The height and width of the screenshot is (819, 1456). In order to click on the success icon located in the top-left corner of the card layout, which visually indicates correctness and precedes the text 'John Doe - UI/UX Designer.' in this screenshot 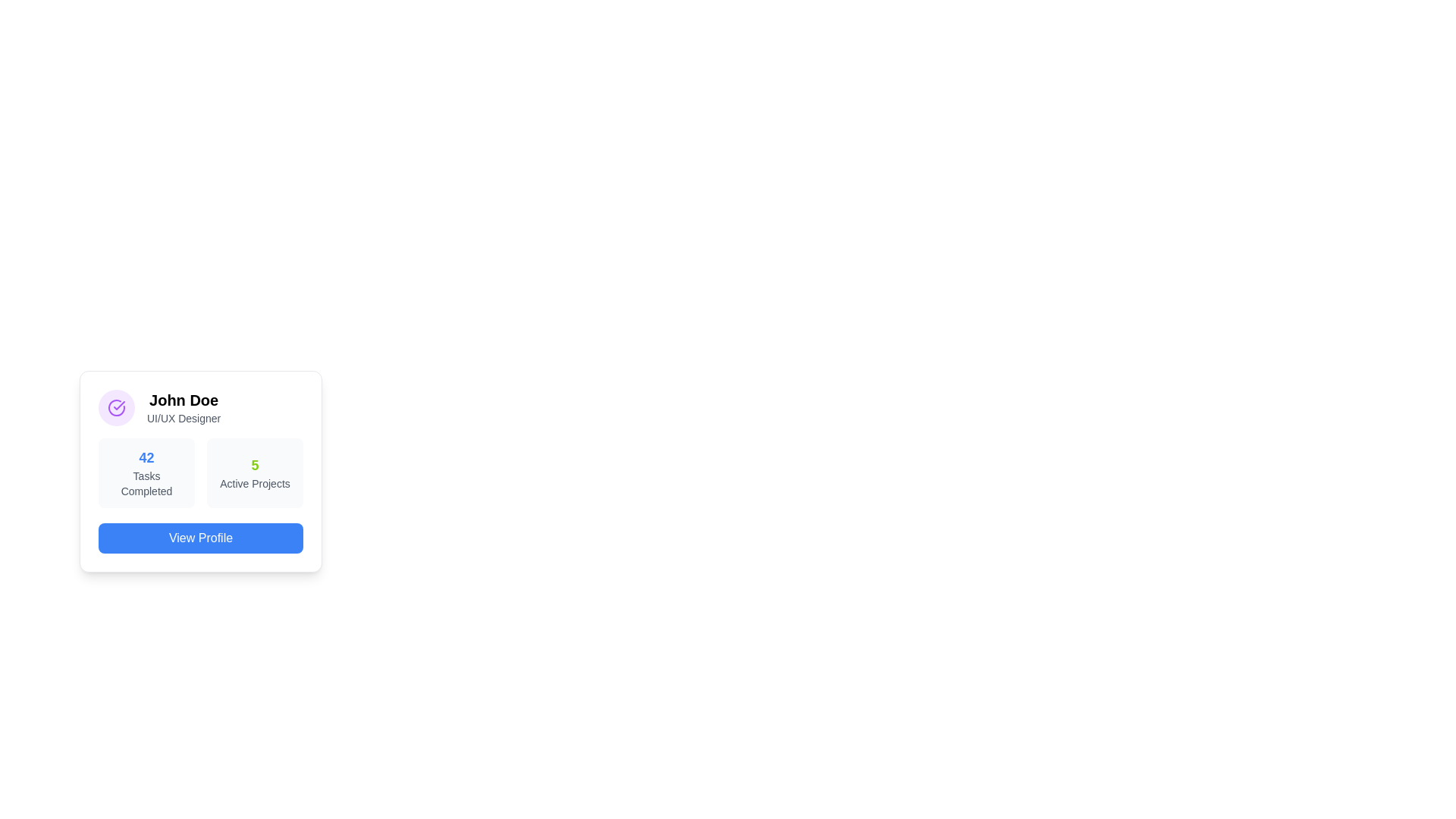, I will do `click(115, 406)`.